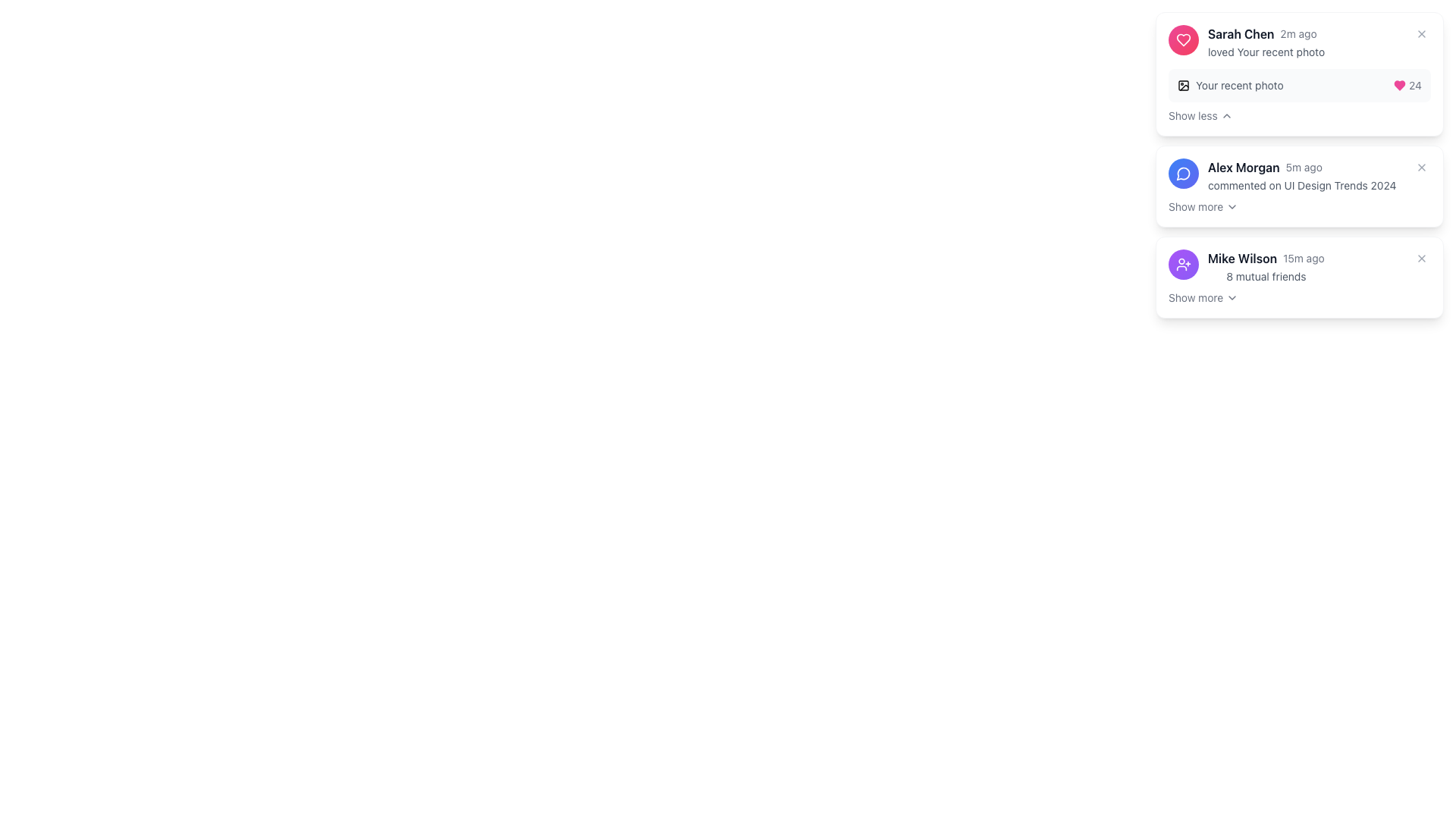 Image resolution: width=1456 pixels, height=819 pixels. Describe the element at coordinates (1226, 115) in the screenshot. I see `the upward-pointing chevron icon located to the right of the 'Show less' text` at that location.